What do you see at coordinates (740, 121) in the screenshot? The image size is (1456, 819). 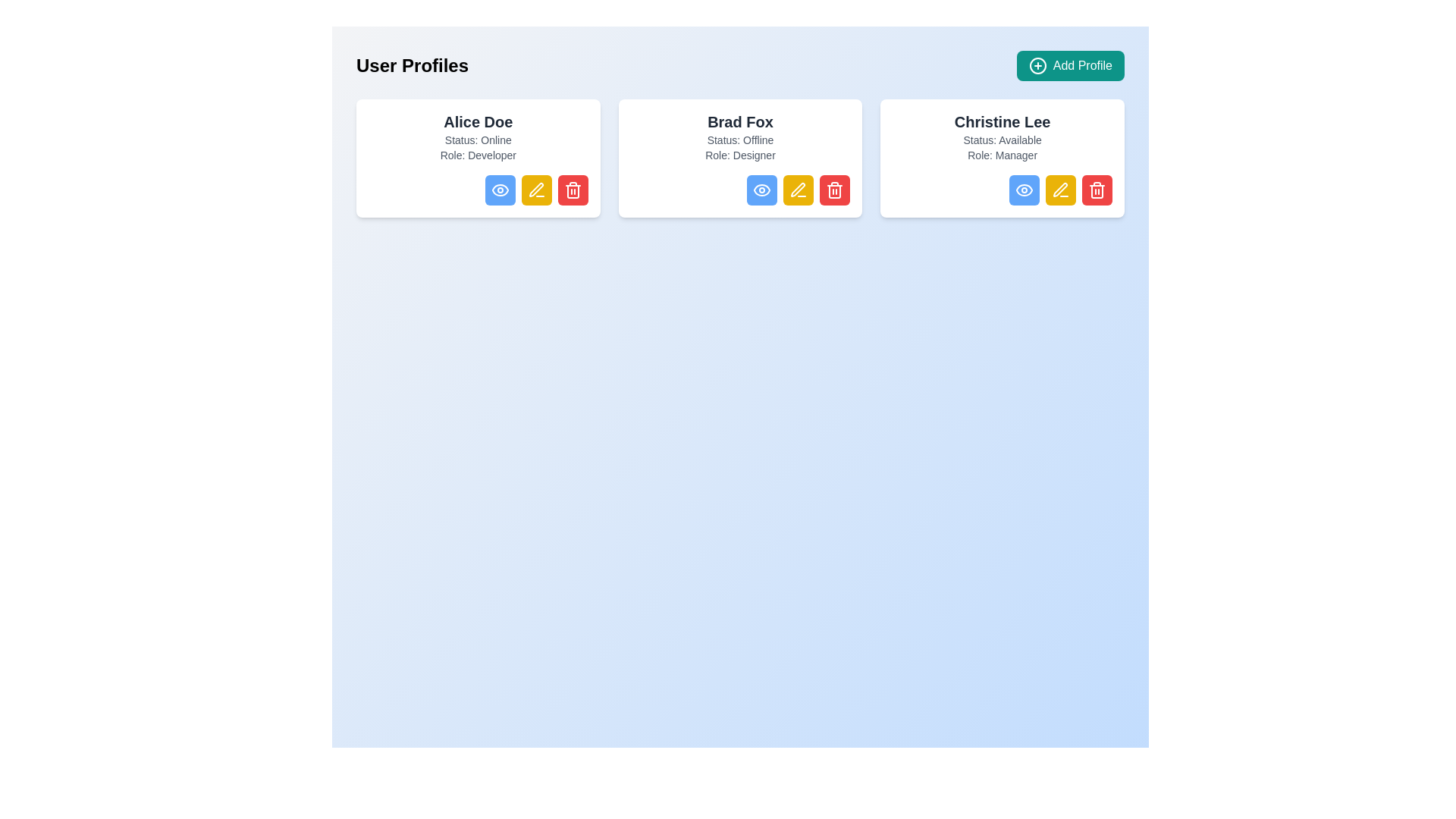 I see `the text label reading 'Brad Fox' which is styled with a bold font type and a large font size, located at the top of the central profile card` at bounding box center [740, 121].